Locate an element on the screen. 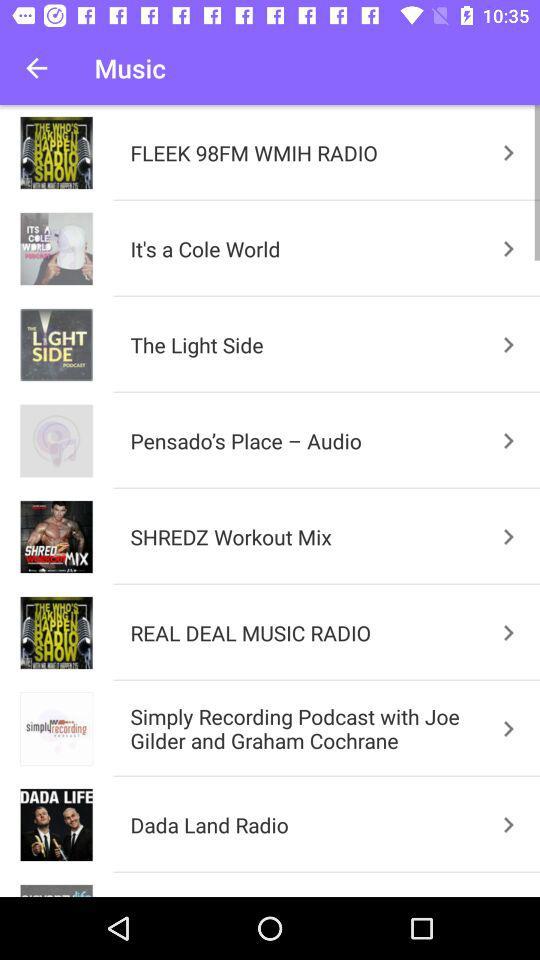 The height and width of the screenshot is (960, 540). the image of pensados placeaudio is located at coordinates (56, 441).